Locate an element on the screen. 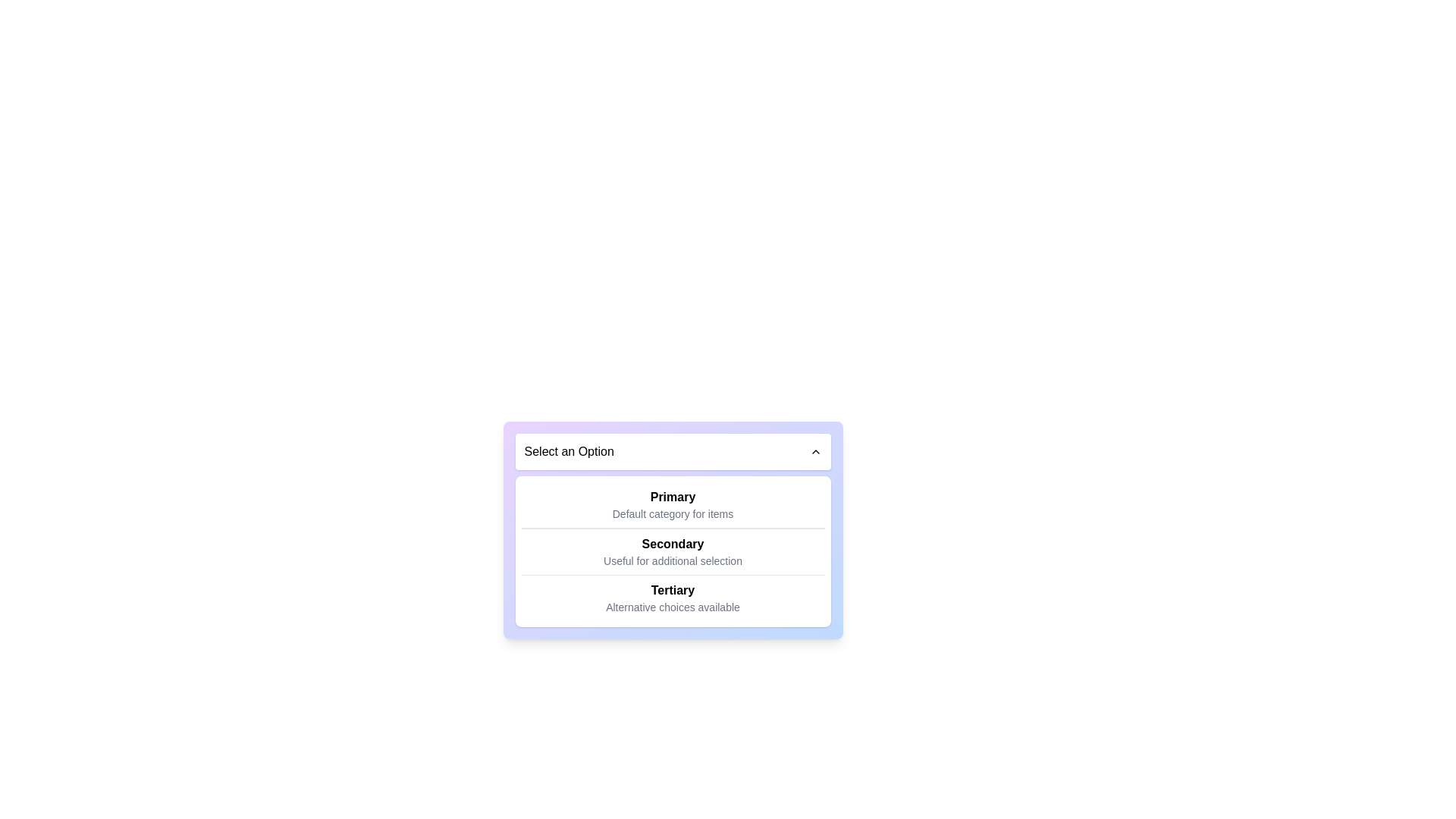 The image size is (1456, 819). the list item labeled 'Tertiary' is located at coordinates (672, 597).